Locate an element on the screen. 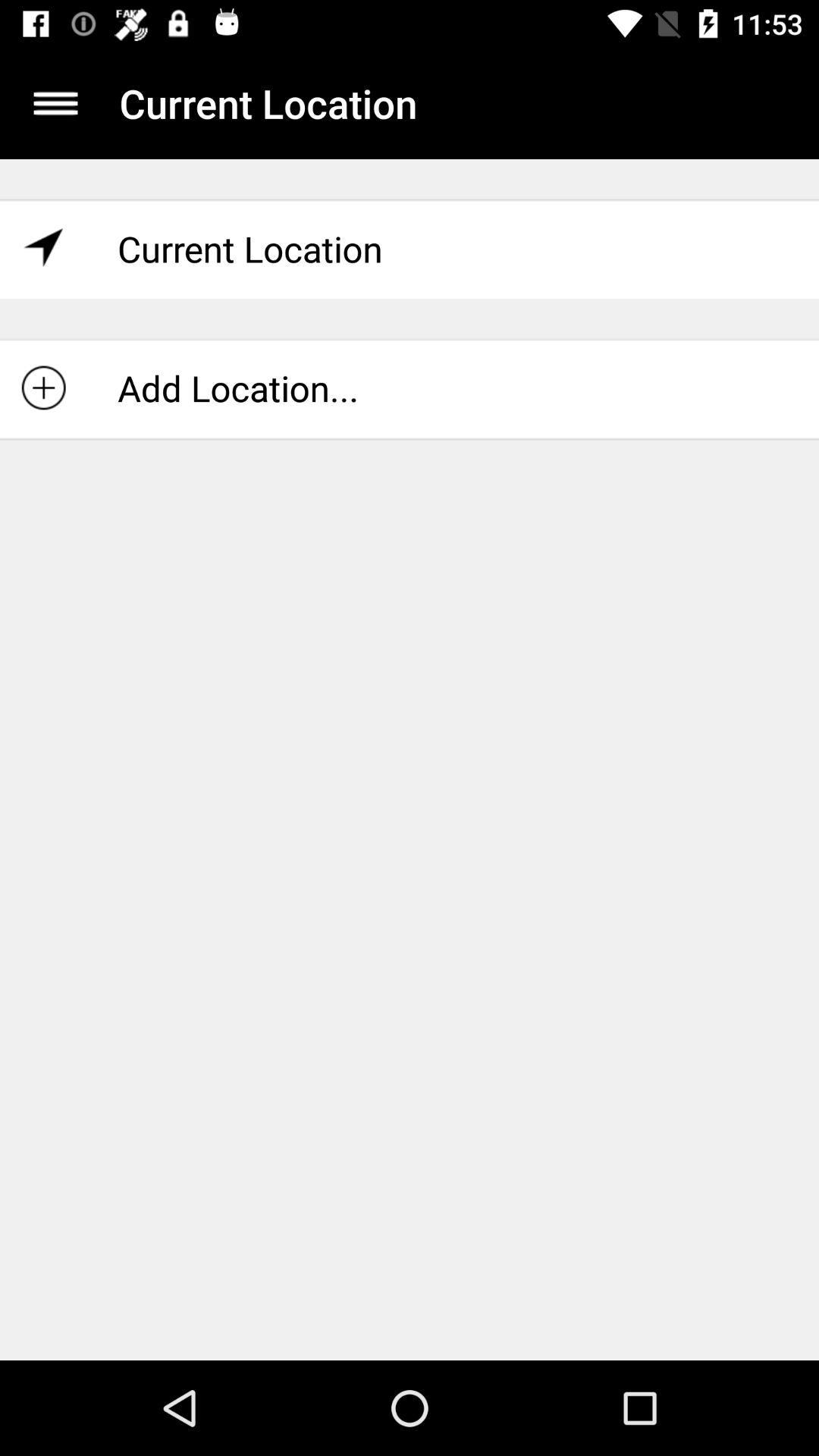 This screenshot has height=1456, width=819. the app next to the current location item is located at coordinates (55, 102).